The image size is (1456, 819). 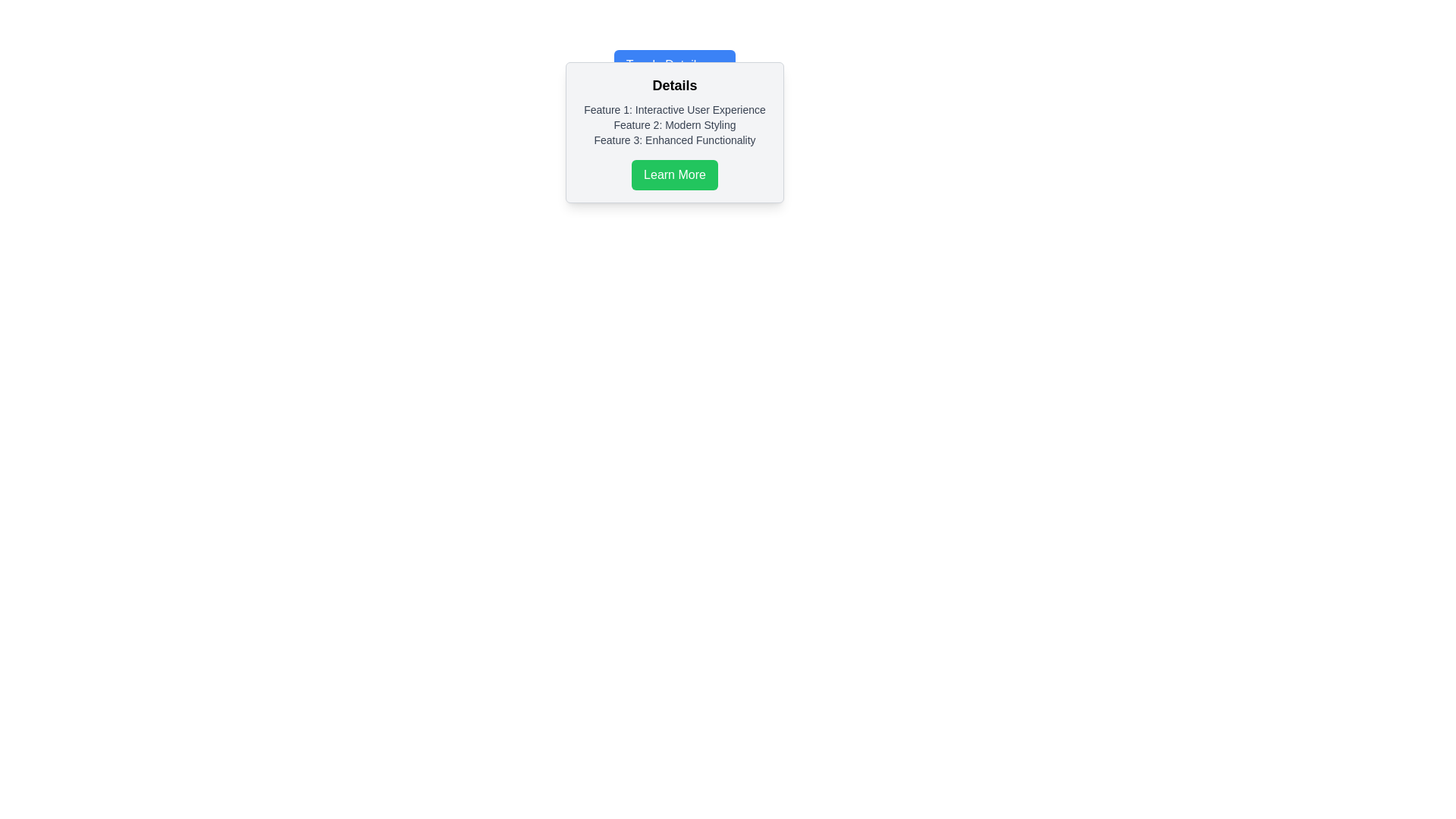 I want to click on the toggle button located at the top of the card that reveals or hides additional details, so click(x=673, y=64).